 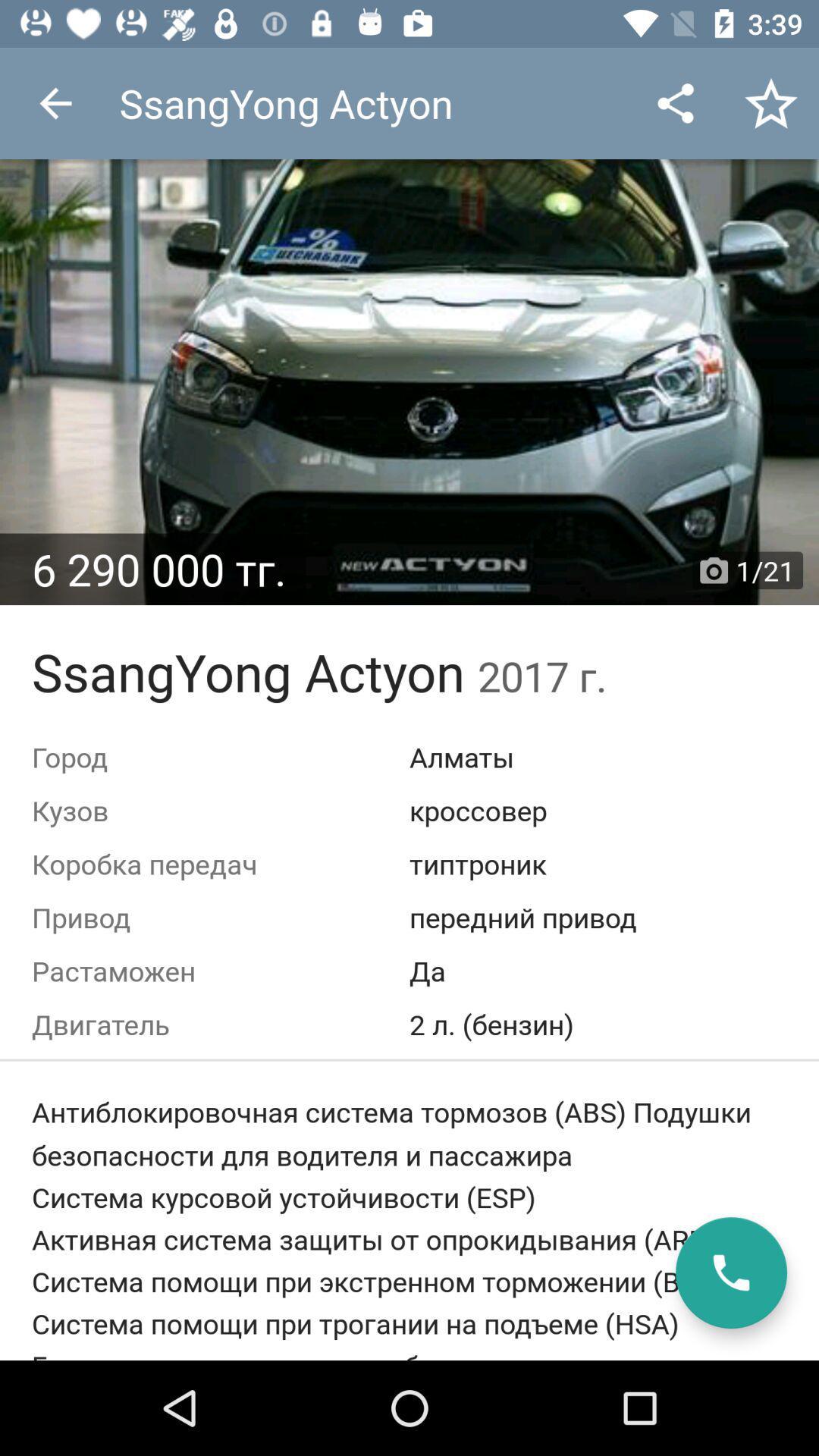 What do you see at coordinates (55, 102) in the screenshot?
I see `the item at the top left corner` at bounding box center [55, 102].